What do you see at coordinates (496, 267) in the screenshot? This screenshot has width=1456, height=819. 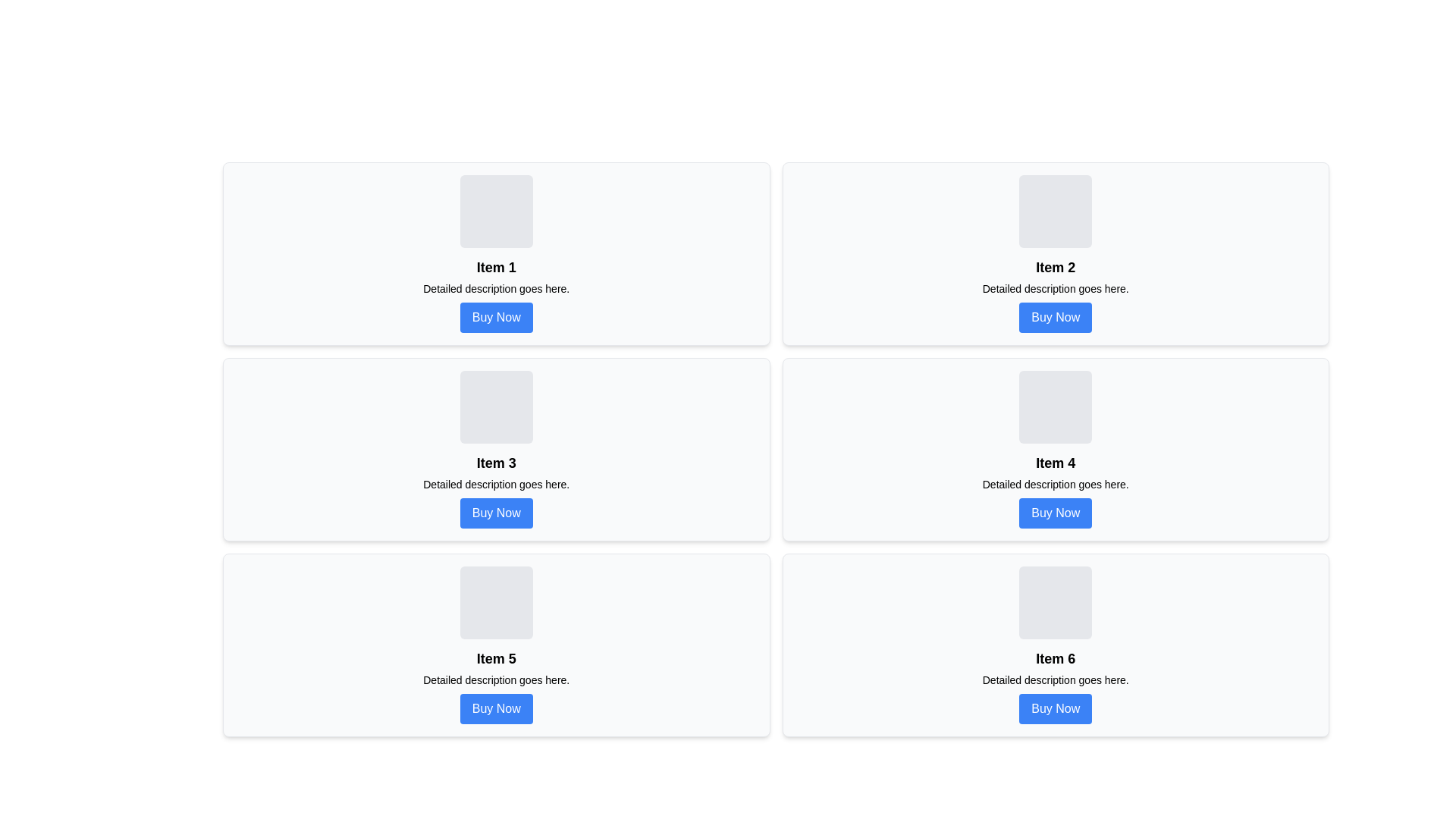 I see `the static text label displaying 'Item 1', which is bold and large, located under a square placeholder image` at bounding box center [496, 267].